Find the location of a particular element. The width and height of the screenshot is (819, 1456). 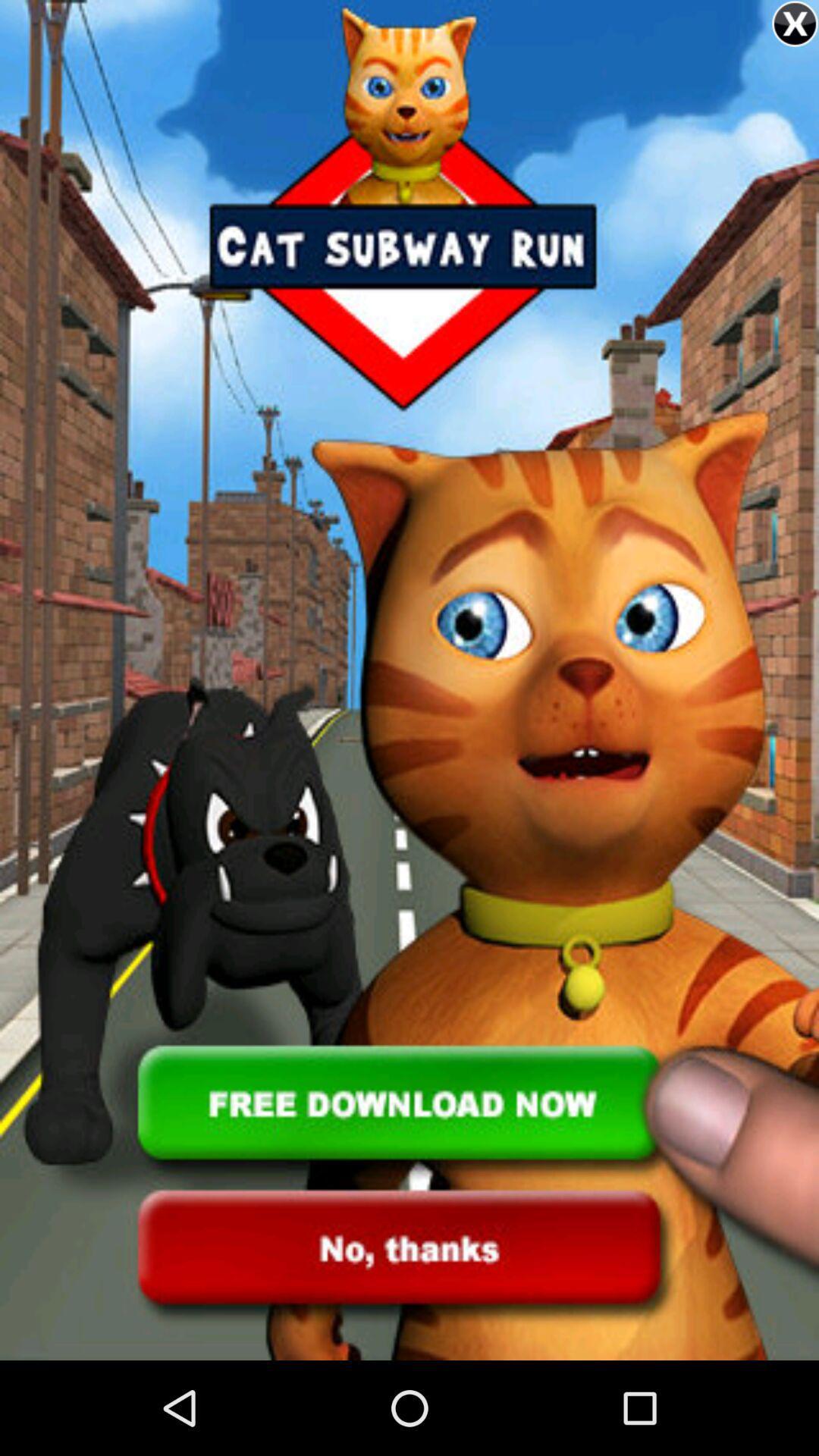

close is located at coordinates (794, 24).